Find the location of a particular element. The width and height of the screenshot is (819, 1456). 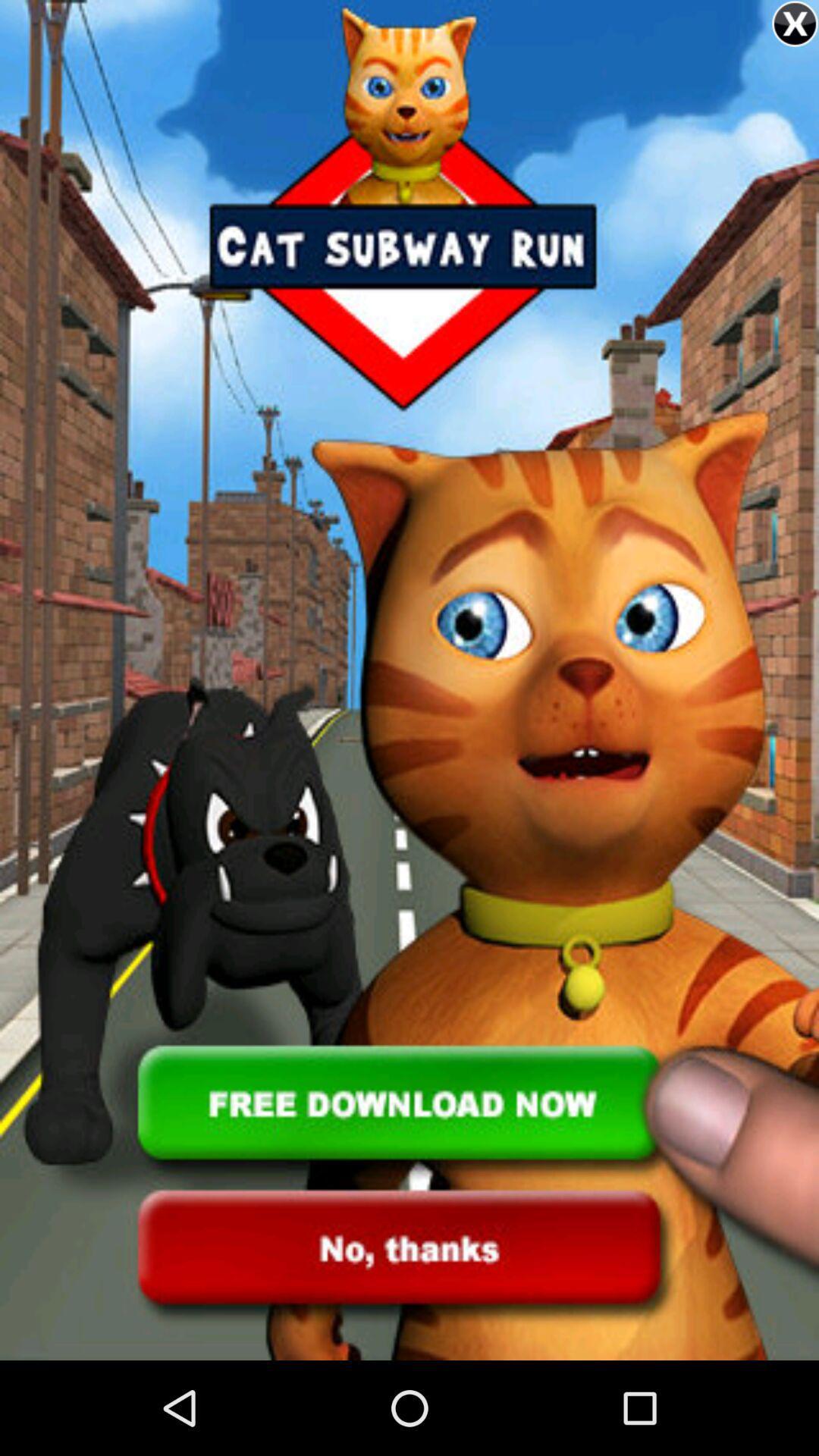

close is located at coordinates (794, 24).